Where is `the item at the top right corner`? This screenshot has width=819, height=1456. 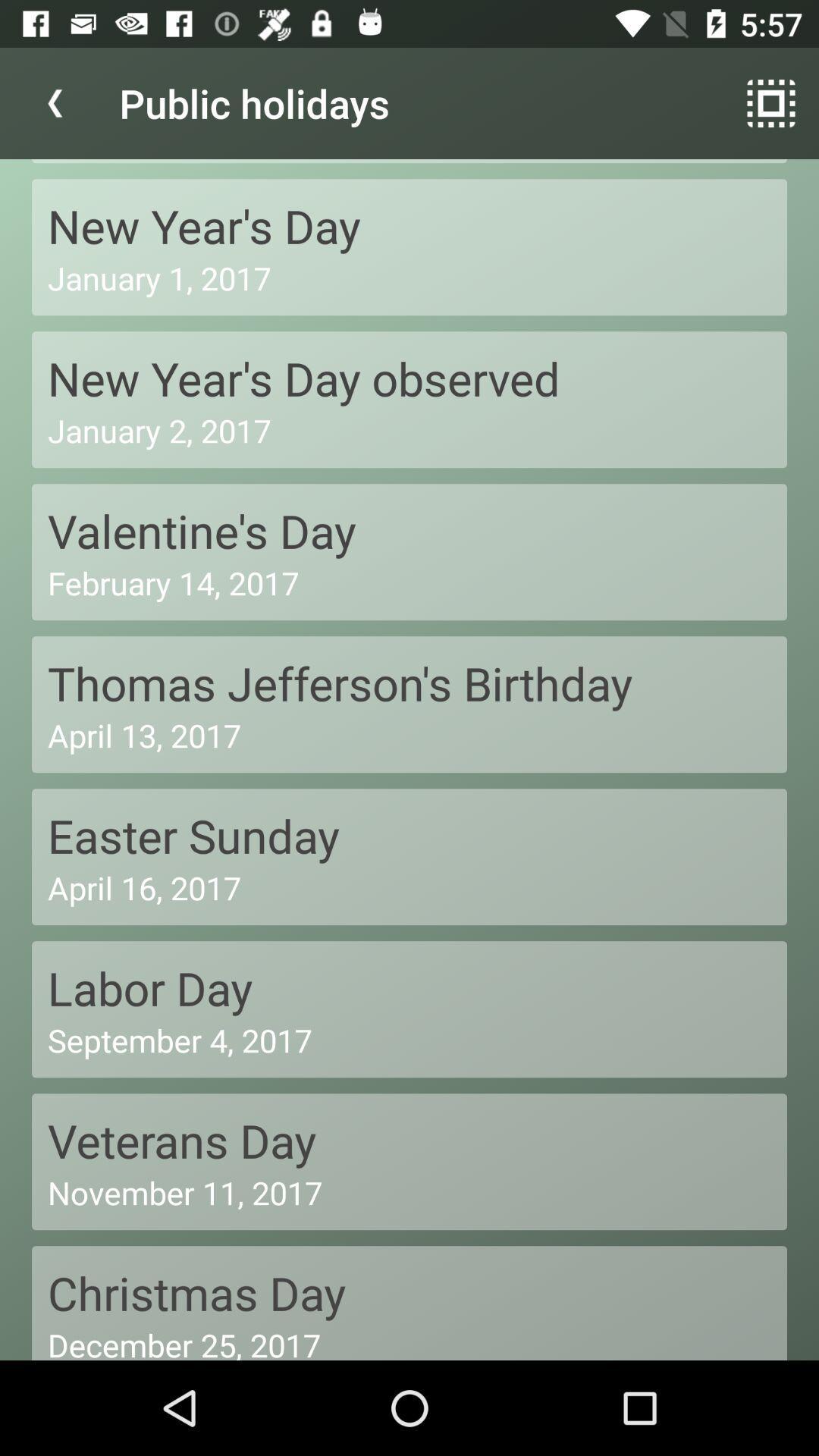
the item at the top right corner is located at coordinates (771, 102).